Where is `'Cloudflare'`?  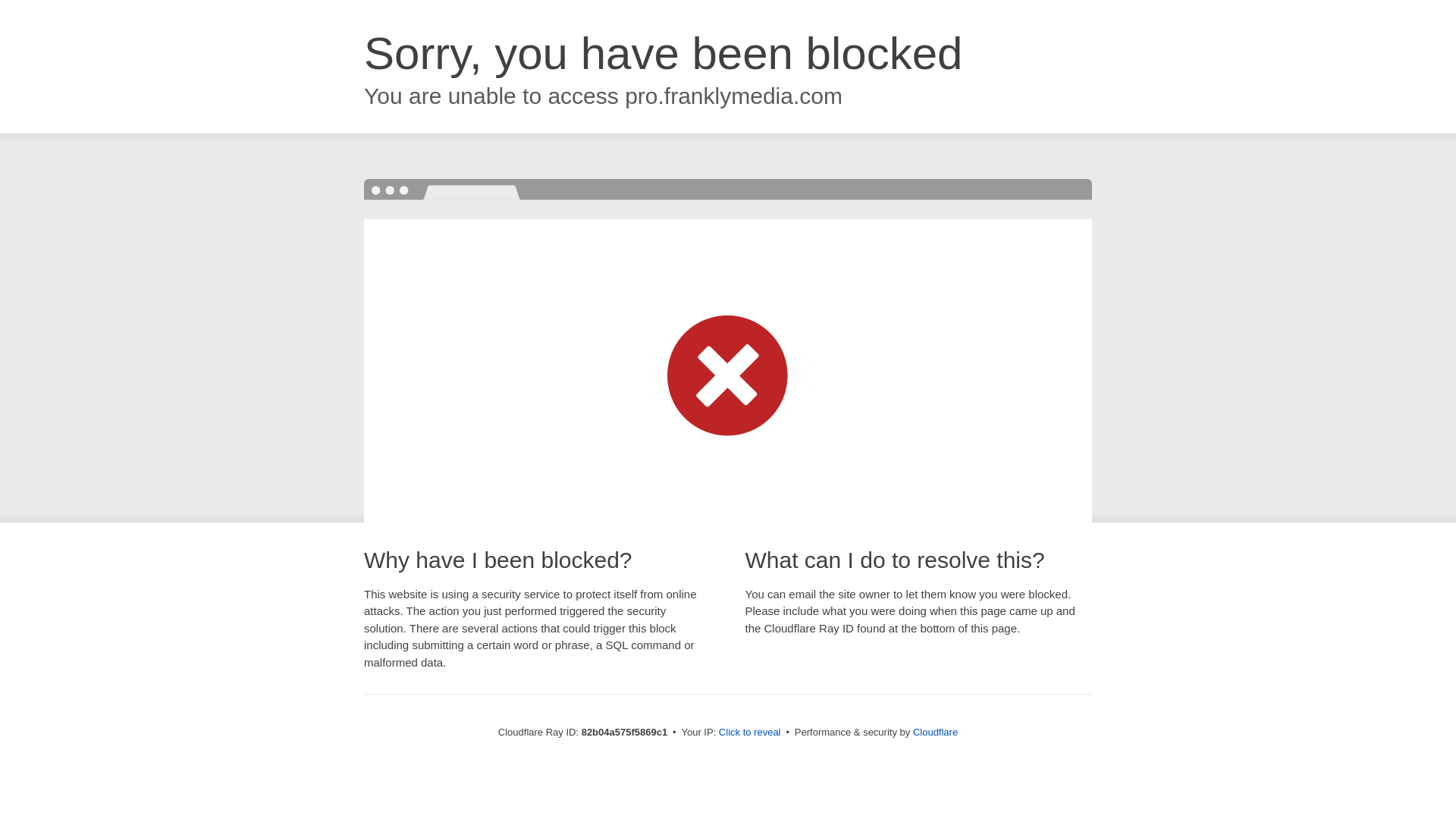 'Cloudflare' is located at coordinates (934, 731).